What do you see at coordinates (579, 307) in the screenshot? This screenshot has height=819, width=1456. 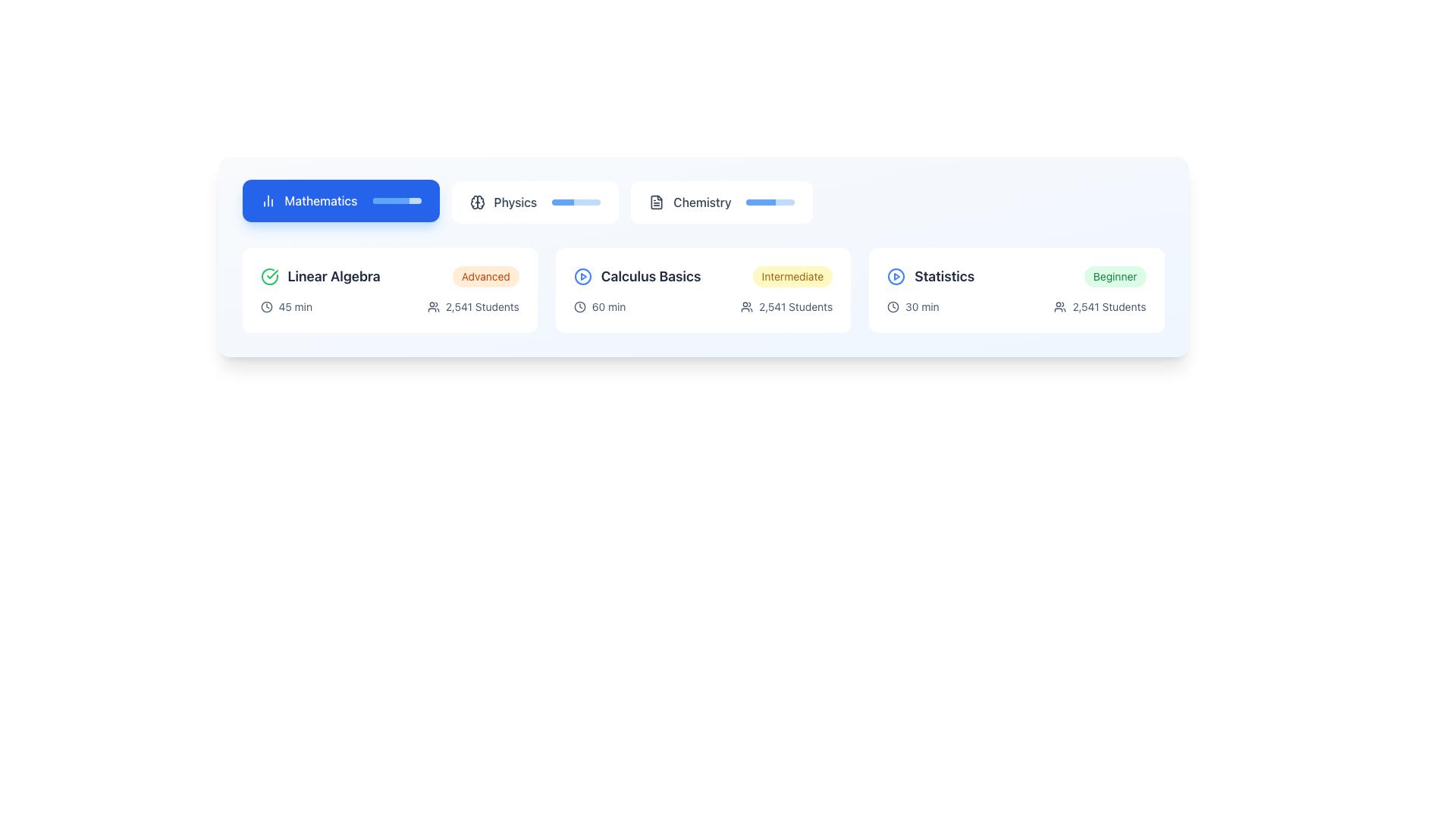 I see `the circular clock icon located in the third section of the 'Calculus Basics, Intermediate' course cards, positioned to the left of the '60 min' time duration text` at bounding box center [579, 307].